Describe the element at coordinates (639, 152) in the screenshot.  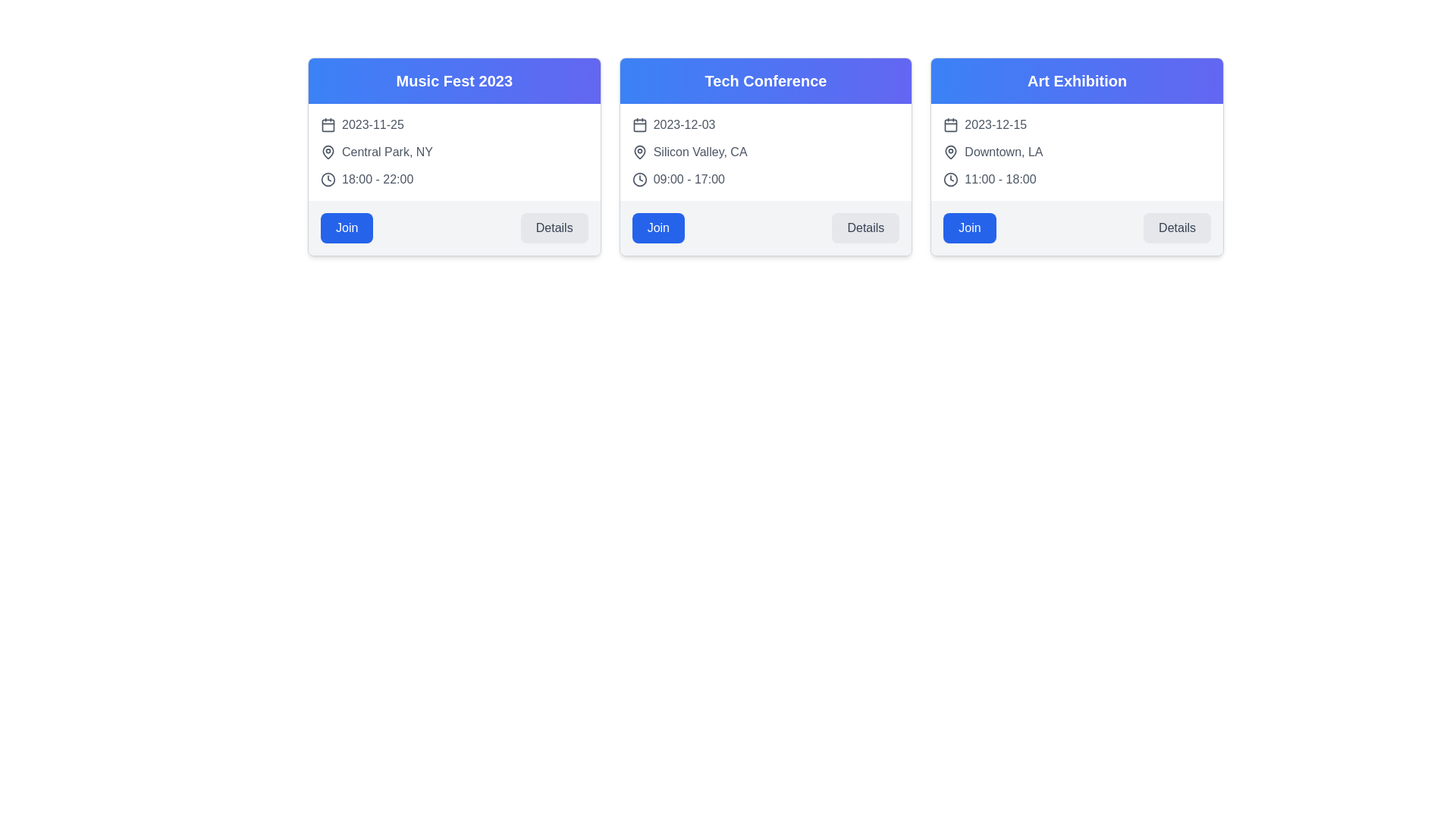
I see `the map pin icon located in the second card labeled 'Tech Conference', which is positioned to the left of the text 'Silicon Valley, CA' and directly below the date '2023-12-03'` at that location.